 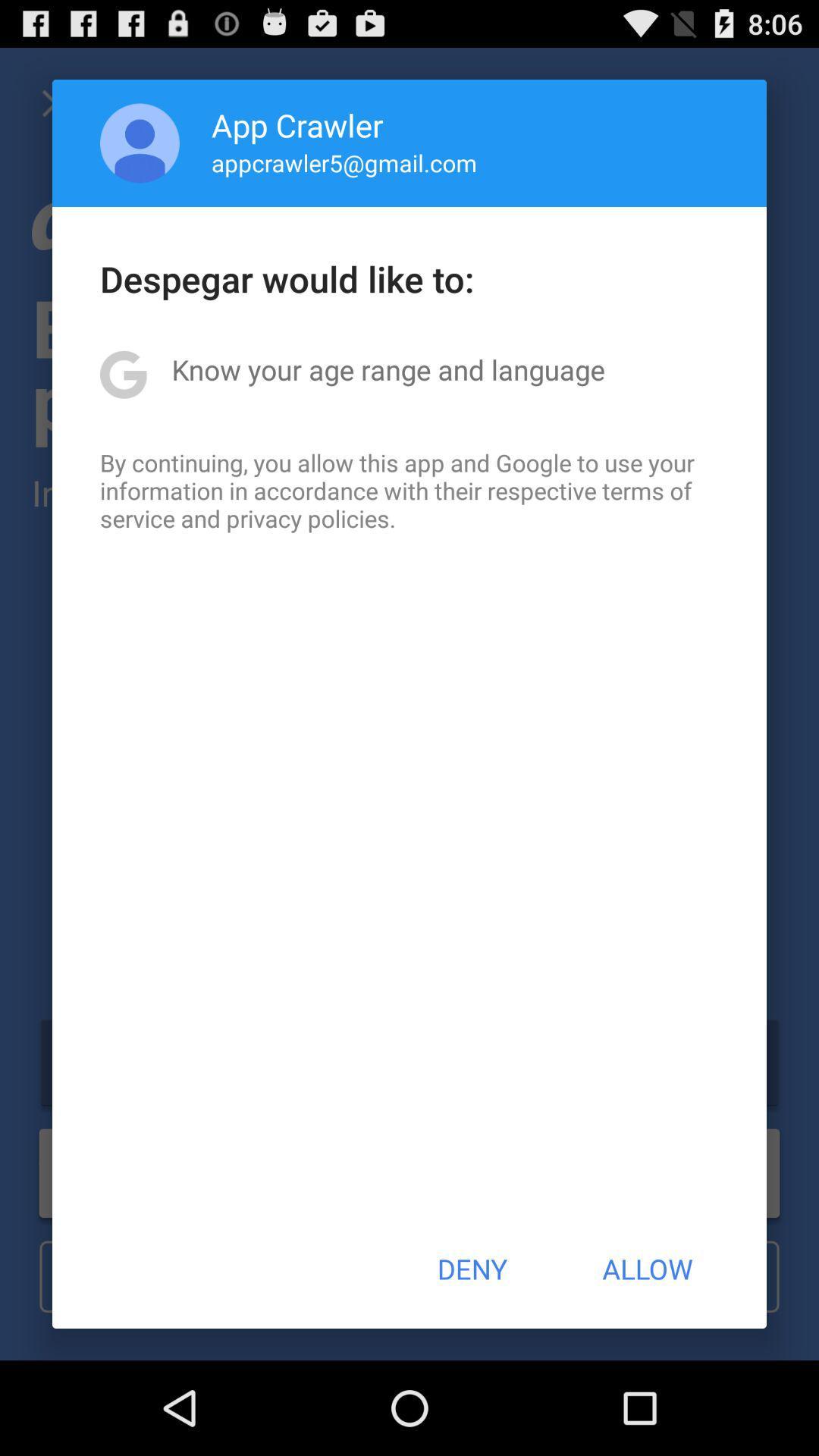 I want to click on app crawler icon, so click(x=297, y=124).